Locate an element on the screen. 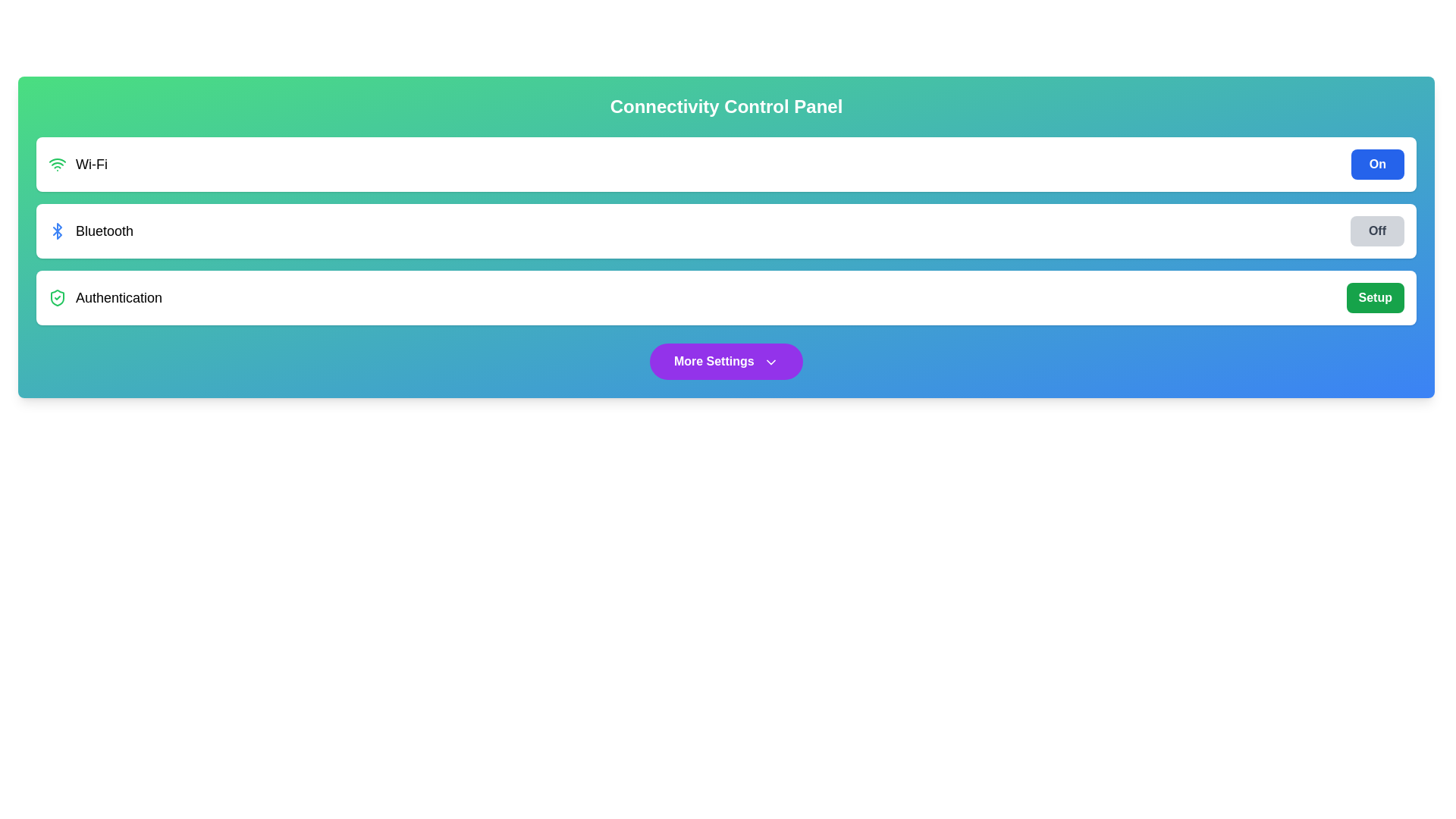  the Bluetooth icon, which is a blue geometric symbol representing Bluetooth, positioned to the left of the 'Bluetooth' text in the UI is located at coordinates (58, 231).